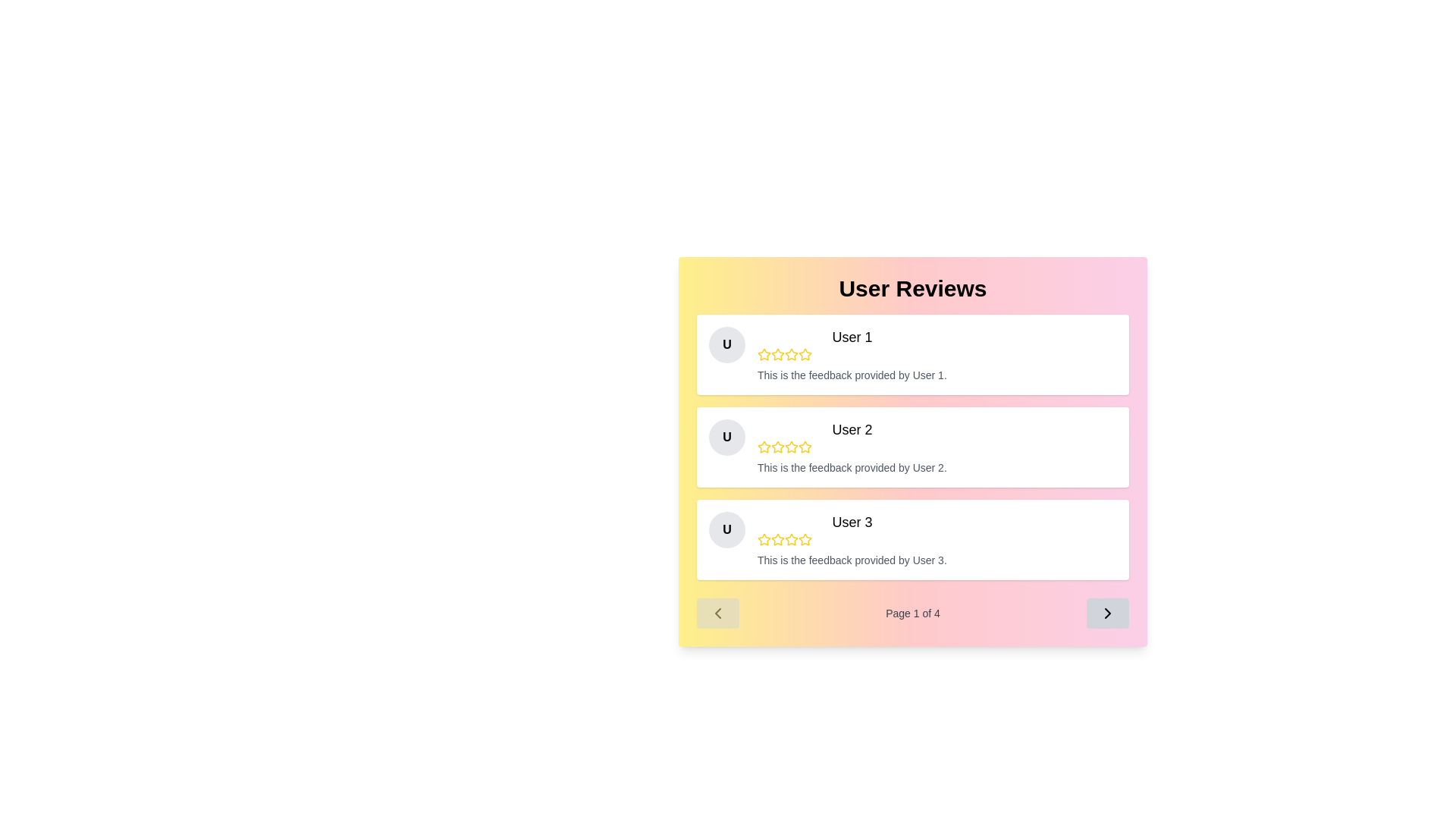  I want to click on the third star icon in the rating system for 'User 1', so click(804, 354).